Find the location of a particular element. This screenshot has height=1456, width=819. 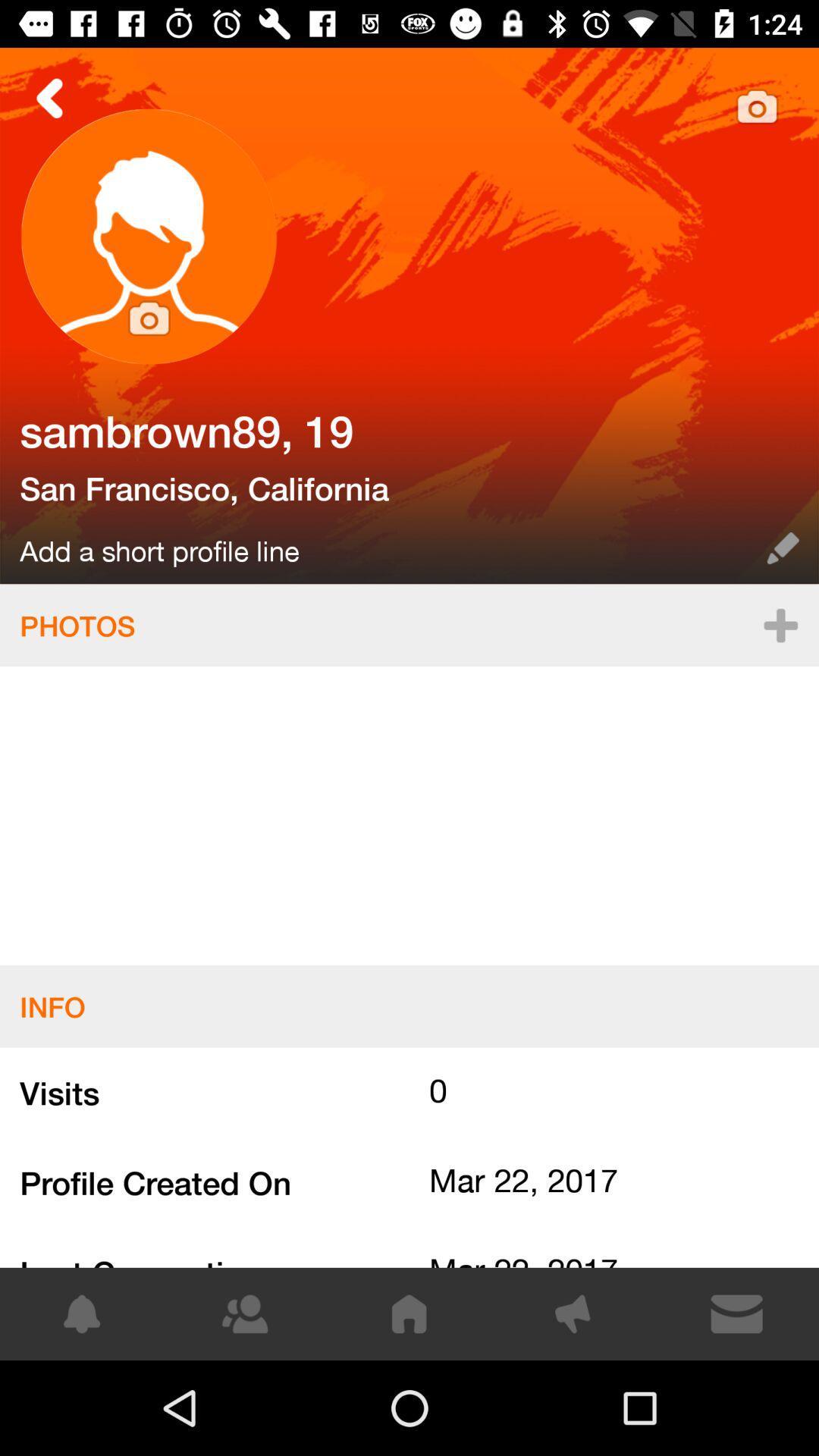

go back is located at coordinates (49, 97).